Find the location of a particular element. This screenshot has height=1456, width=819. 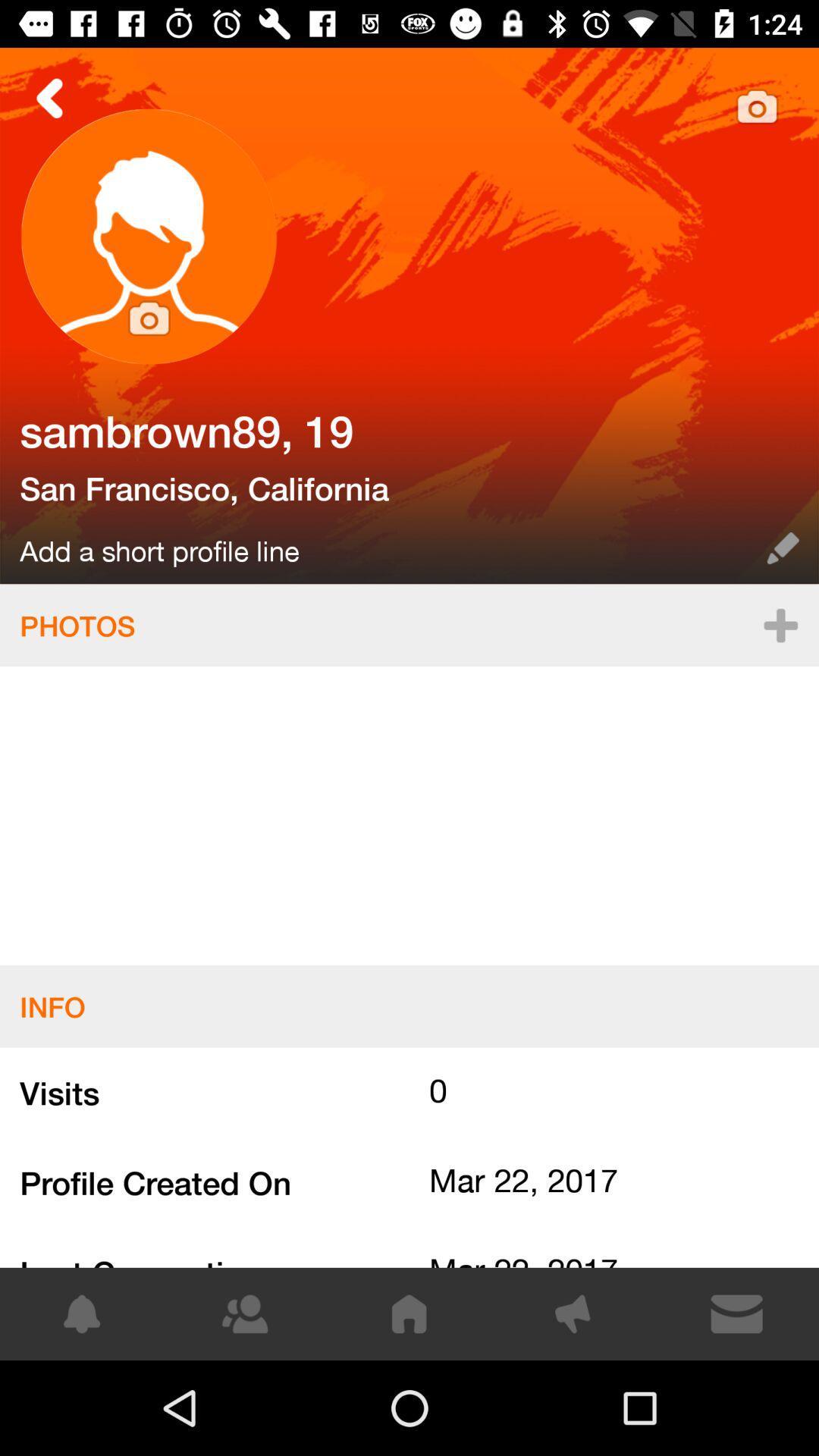

go back is located at coordinates (49, 97).